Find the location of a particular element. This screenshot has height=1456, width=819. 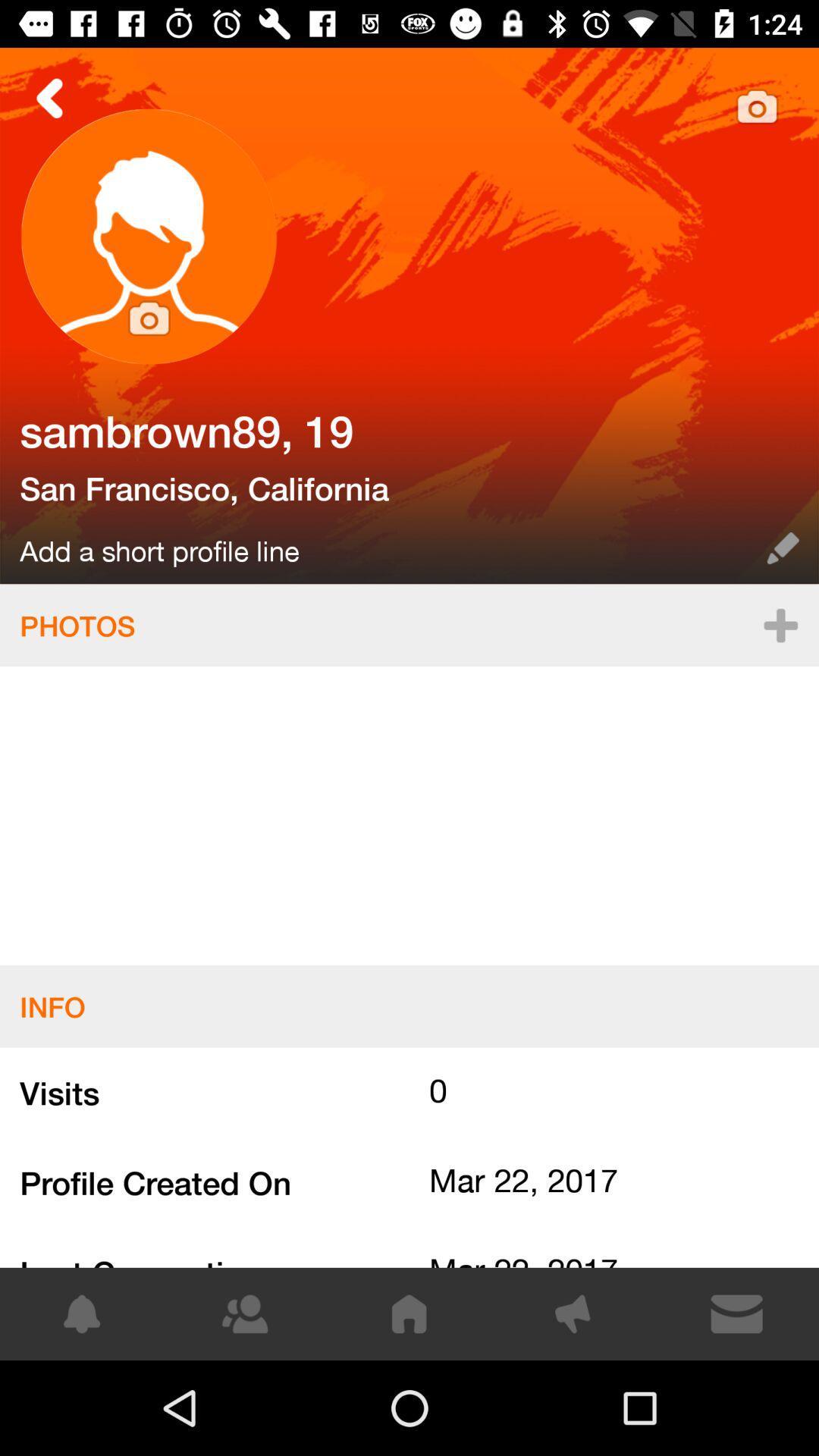

go back is located at coordinates (49, 97).